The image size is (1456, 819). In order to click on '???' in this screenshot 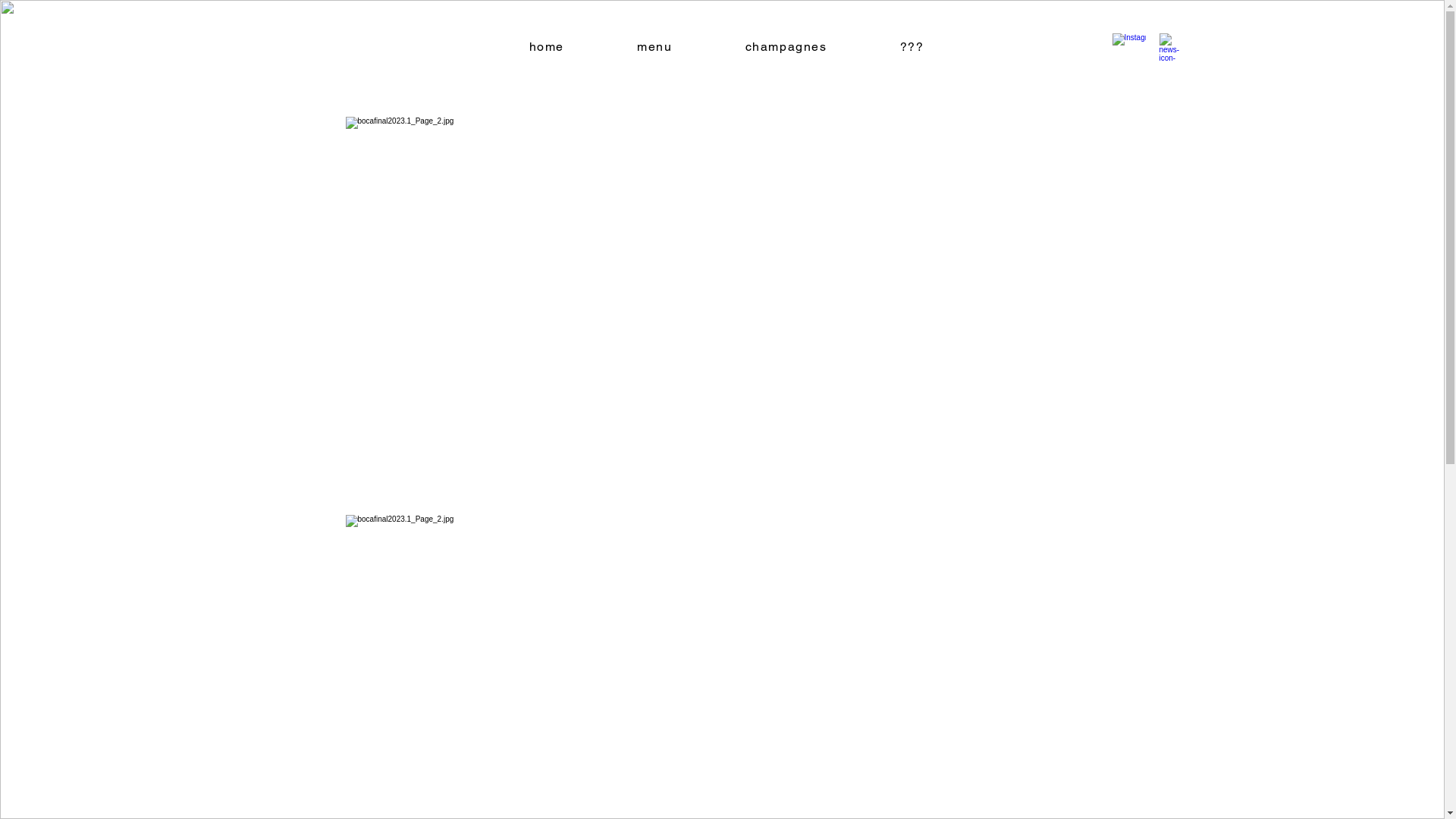, I will do `click(912, 46)`.